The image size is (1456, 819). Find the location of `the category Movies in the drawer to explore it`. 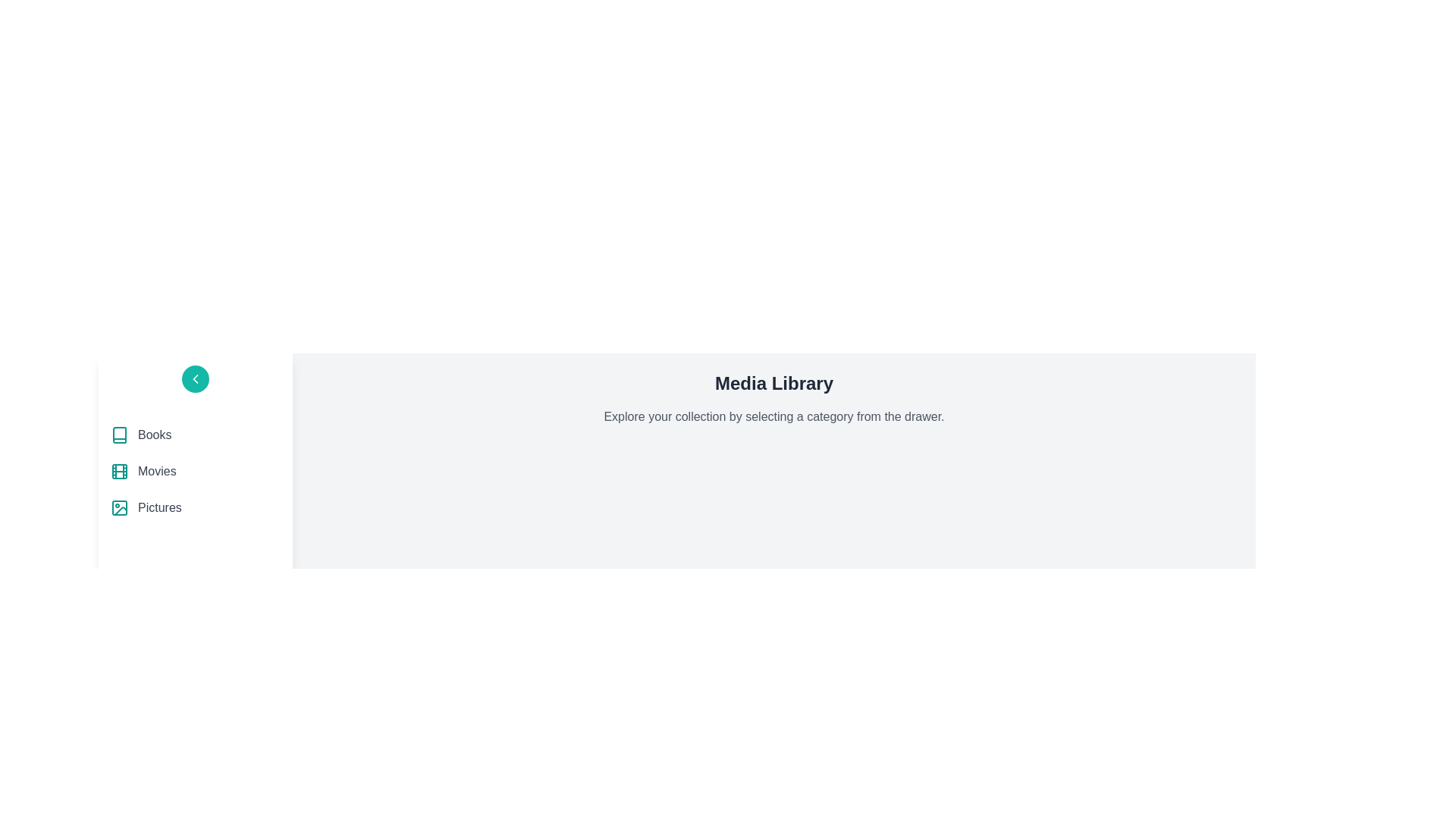

the category Movies in the drawer to explore it is located at coordinates (195, 470).